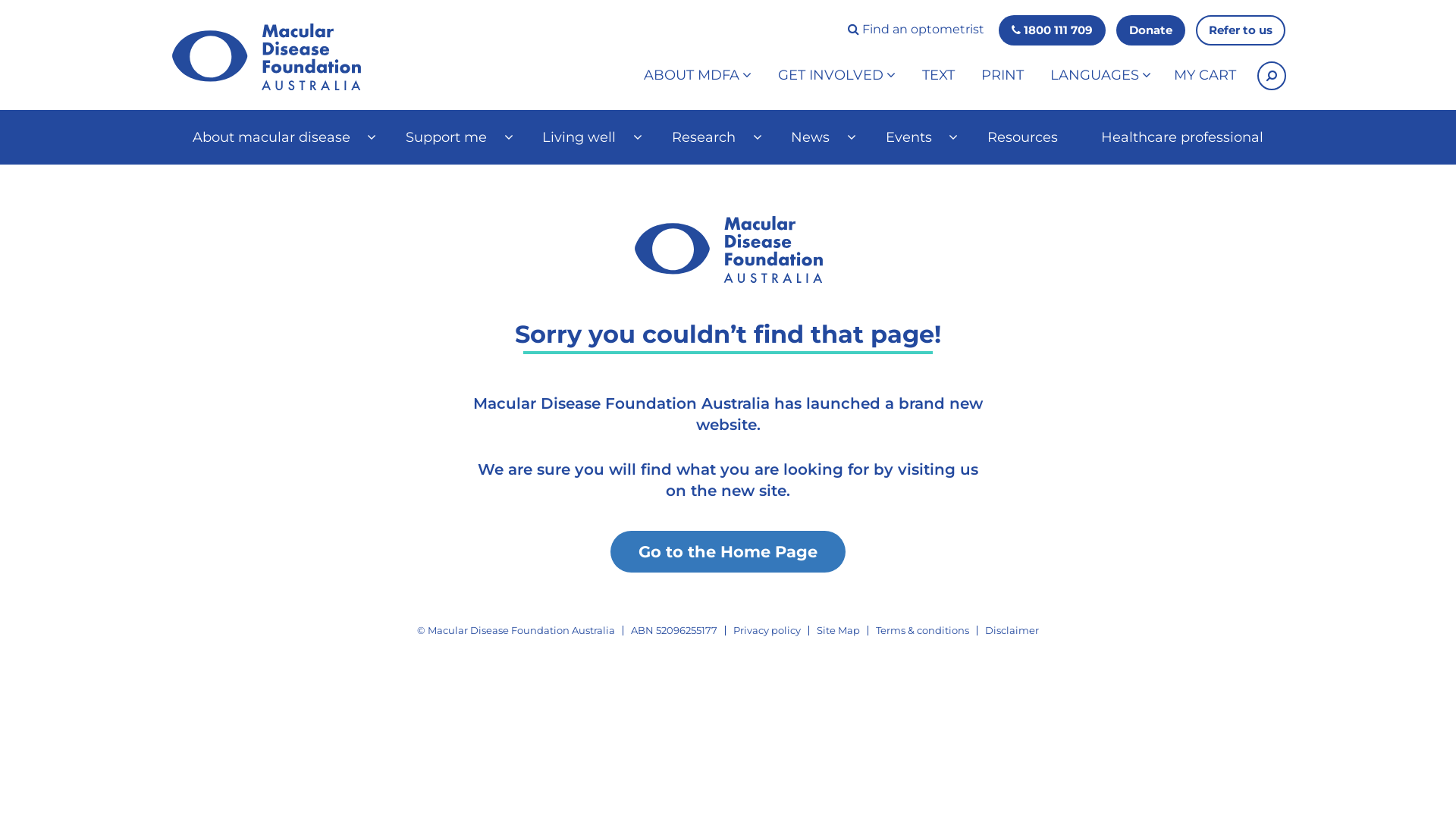 The image size is (1456, 819). Describe the element at coordinates (767, 76) in the screenshot. I see `'GET INVOLVED'` at that location.